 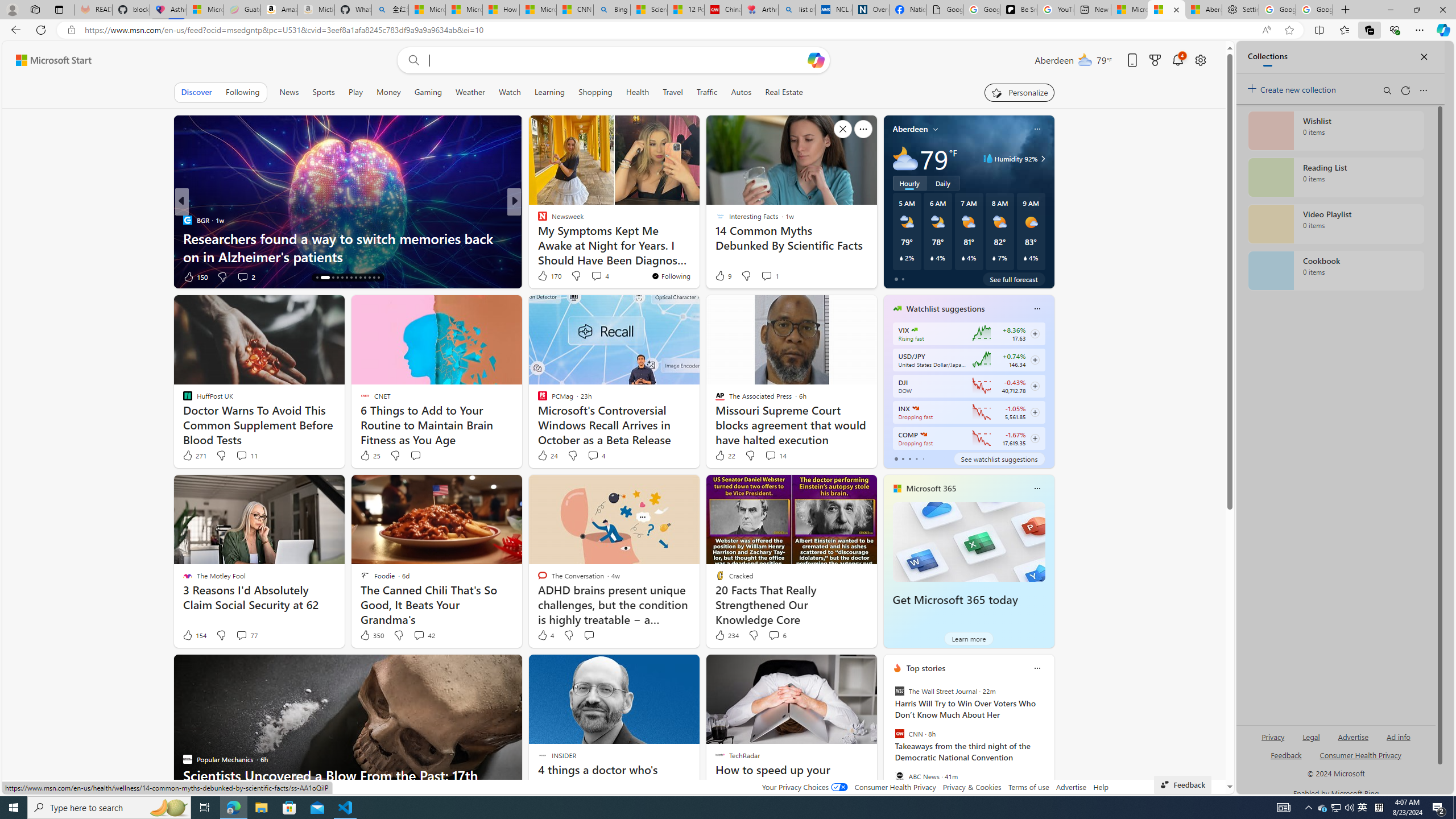 What do you see at coordinates (541, 276) in the screenshot?
I see `'3 Like'` at bounding box center [541, 276].